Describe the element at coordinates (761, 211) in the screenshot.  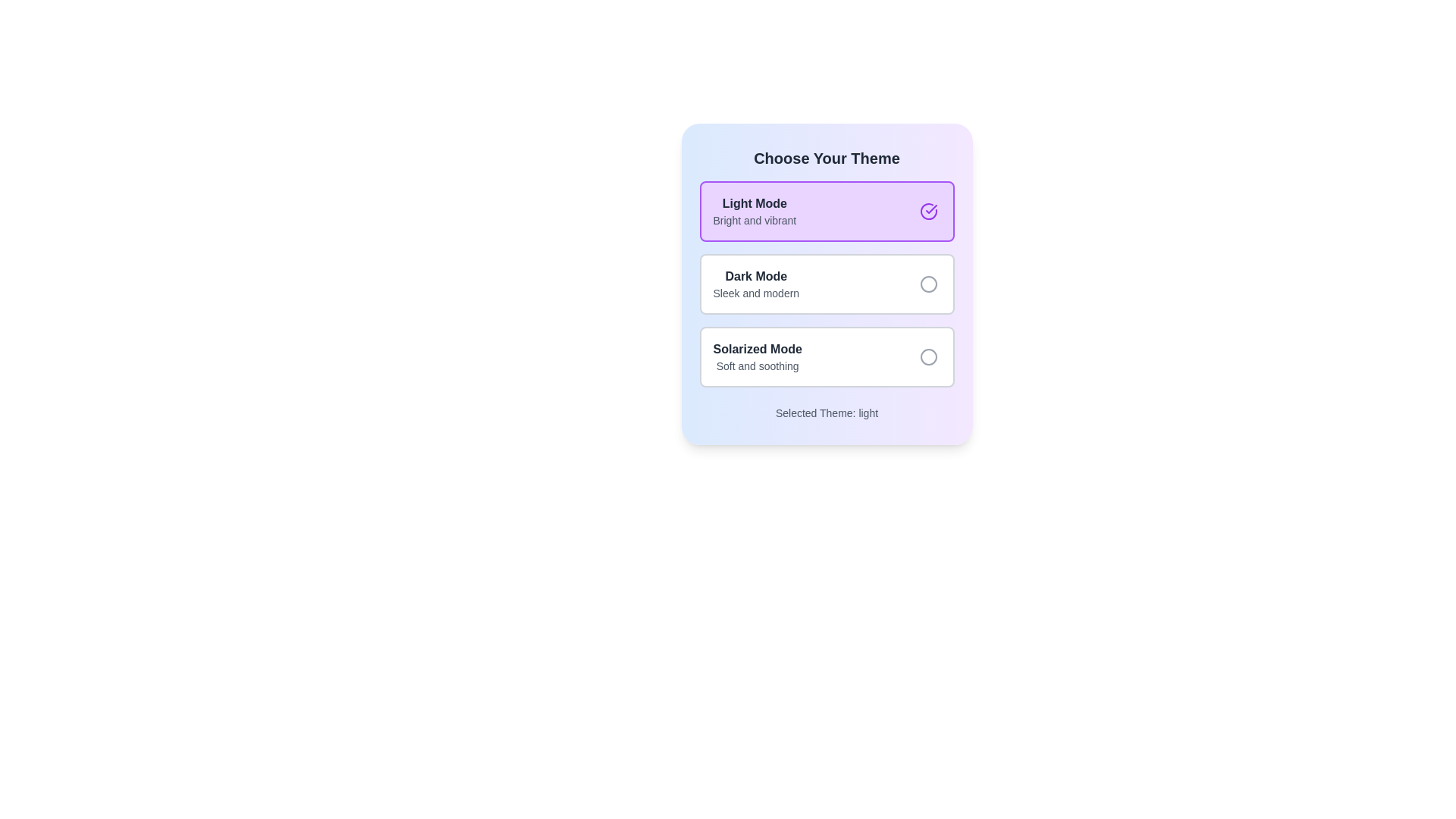
I see `text of the 'Light Mode' theme option label located near the top left of the theme selection menu` at that location.